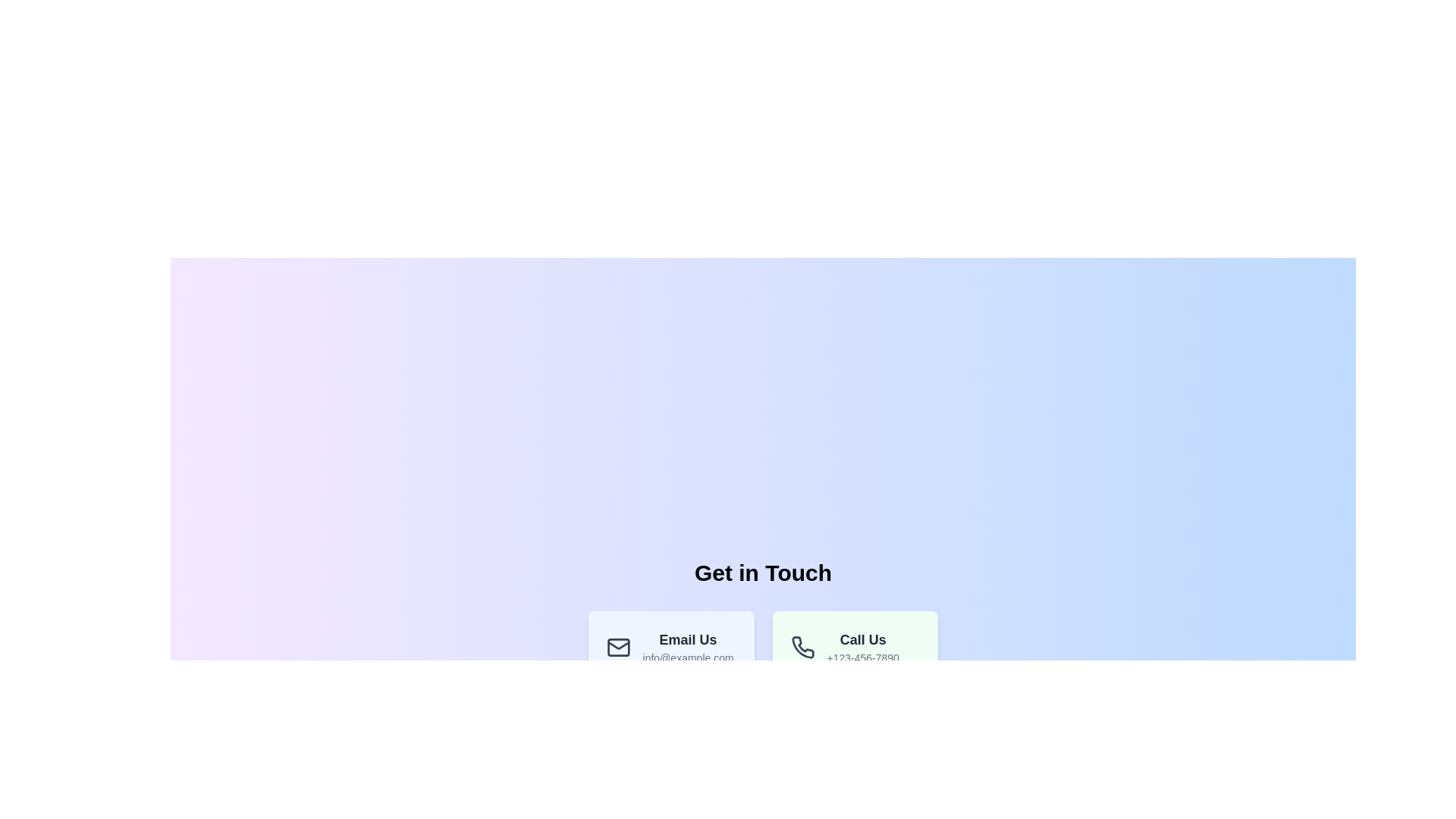  Describe the element at coordinates (687, 657) in the screenshot. I see `the text element 'info@example.com' located under the heading 'Email Us'` at that location.